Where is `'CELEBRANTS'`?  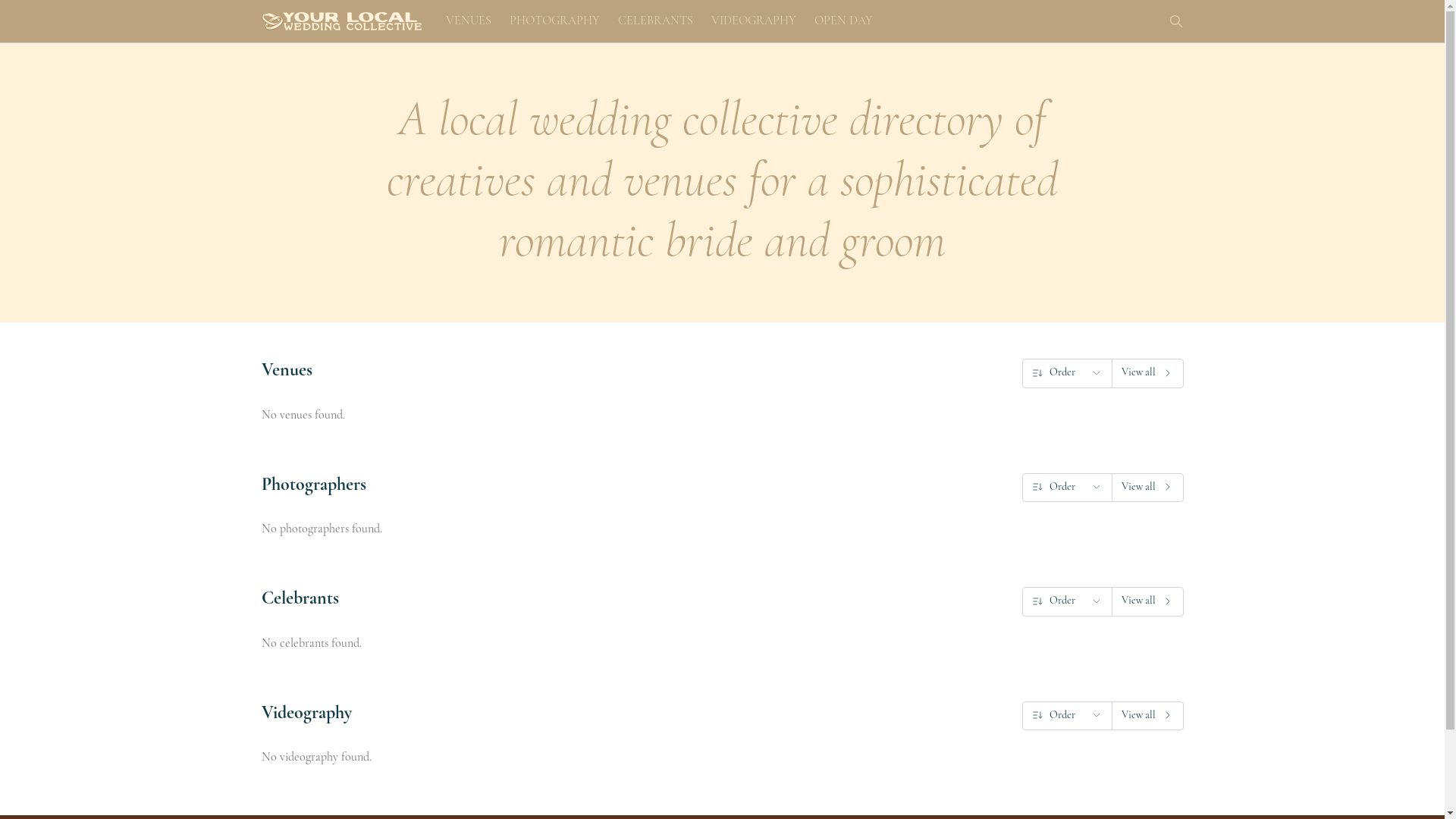 'CELEBRANTS' is located at coordinates (654, 20).